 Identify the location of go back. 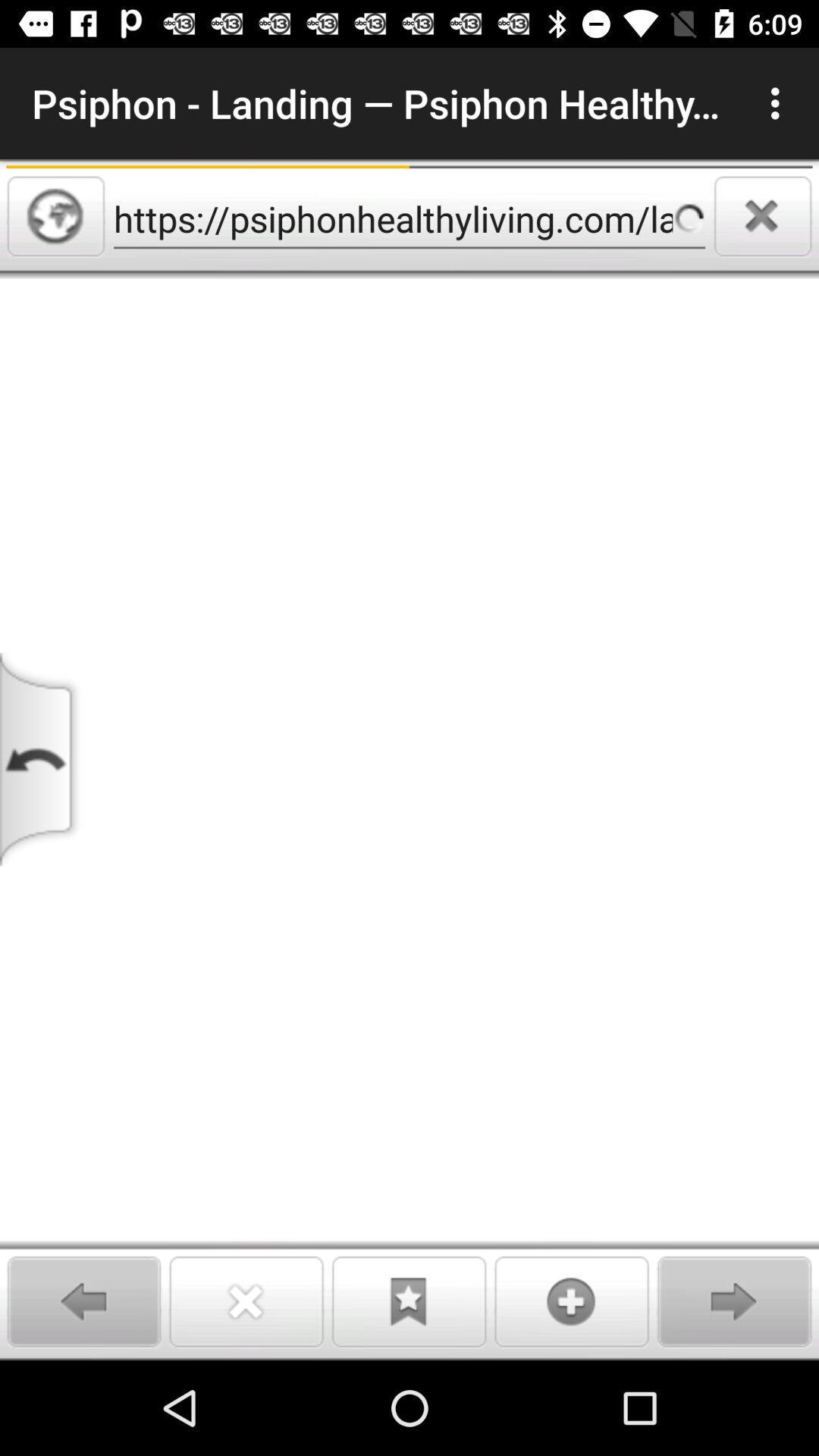
(84, 1301).